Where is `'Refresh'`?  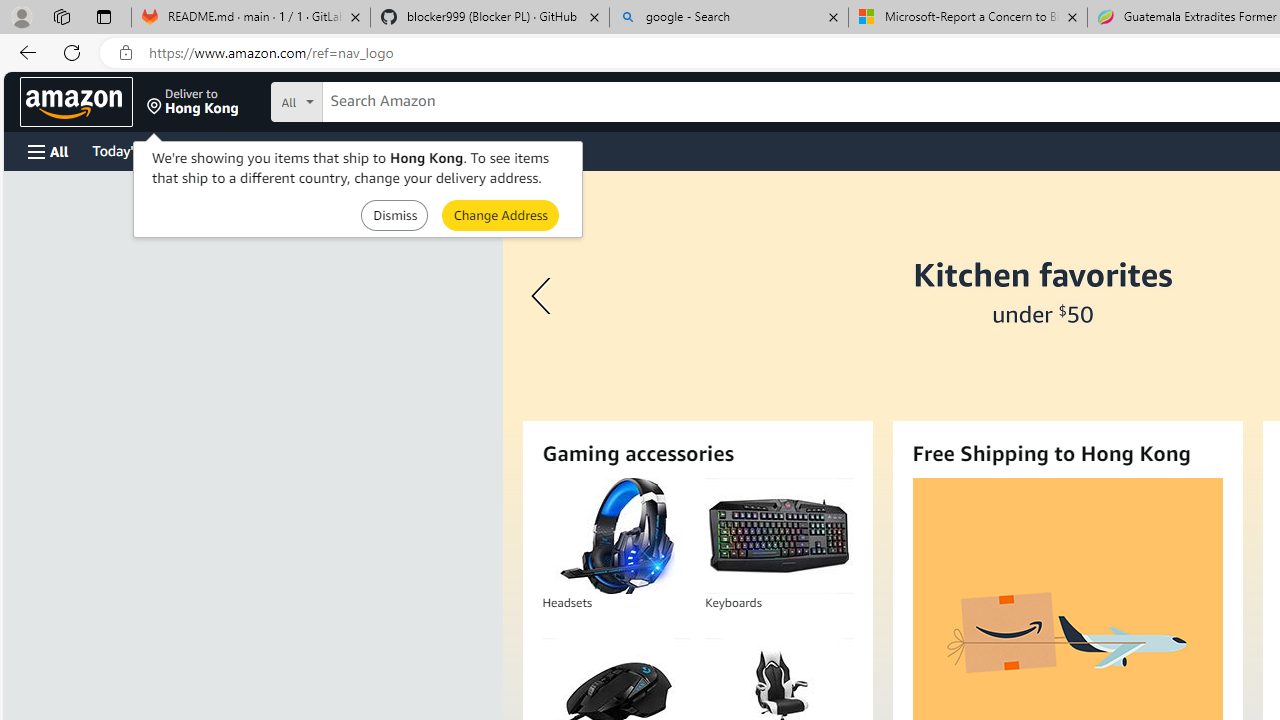 'Refresh' is located at coordinates (72, 51).